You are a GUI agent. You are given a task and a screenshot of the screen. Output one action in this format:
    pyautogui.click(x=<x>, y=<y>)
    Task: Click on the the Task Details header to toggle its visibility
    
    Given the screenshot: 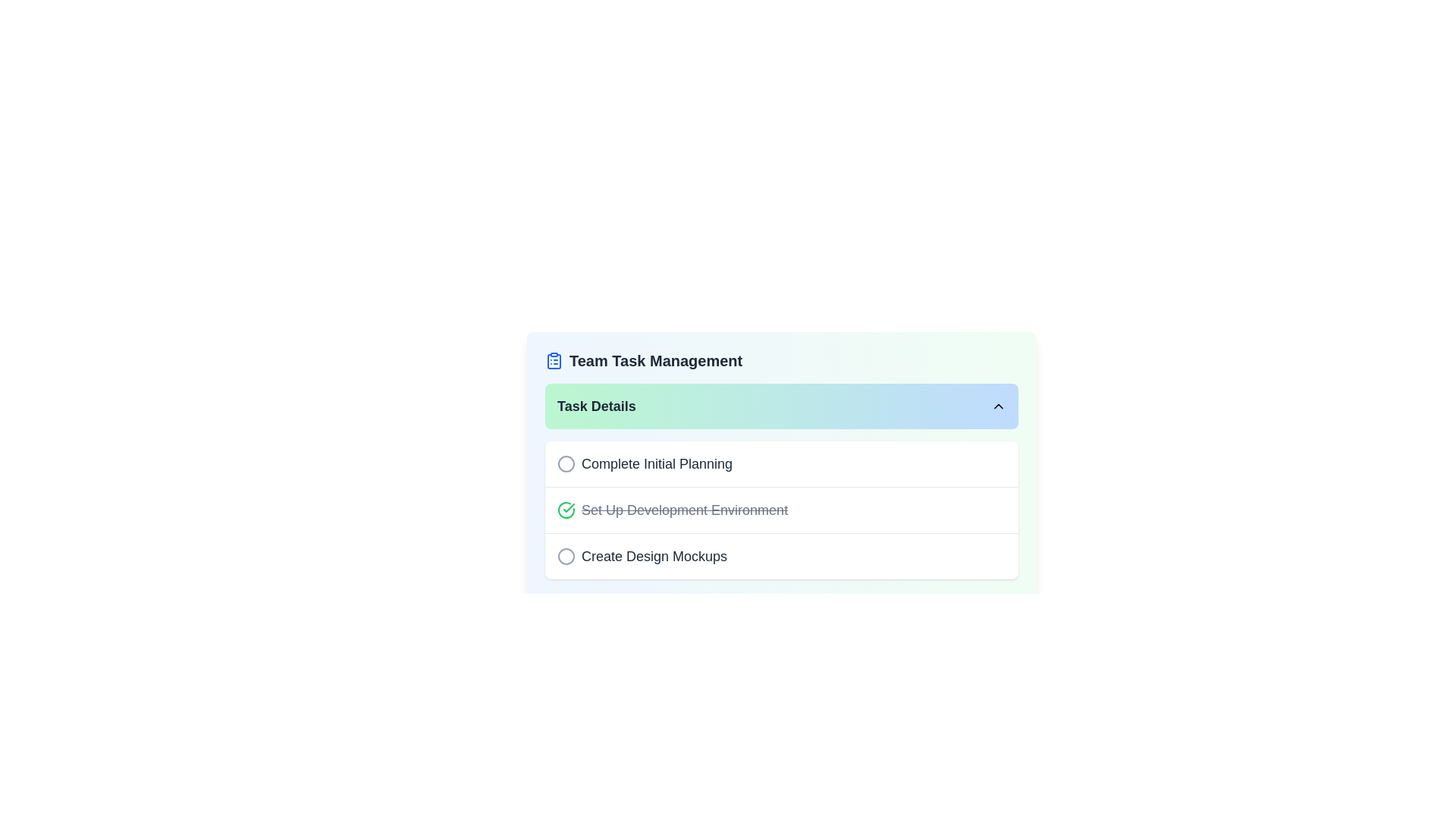 What is the action you would take?
    pyautogui.click(x=782, y=406)
    